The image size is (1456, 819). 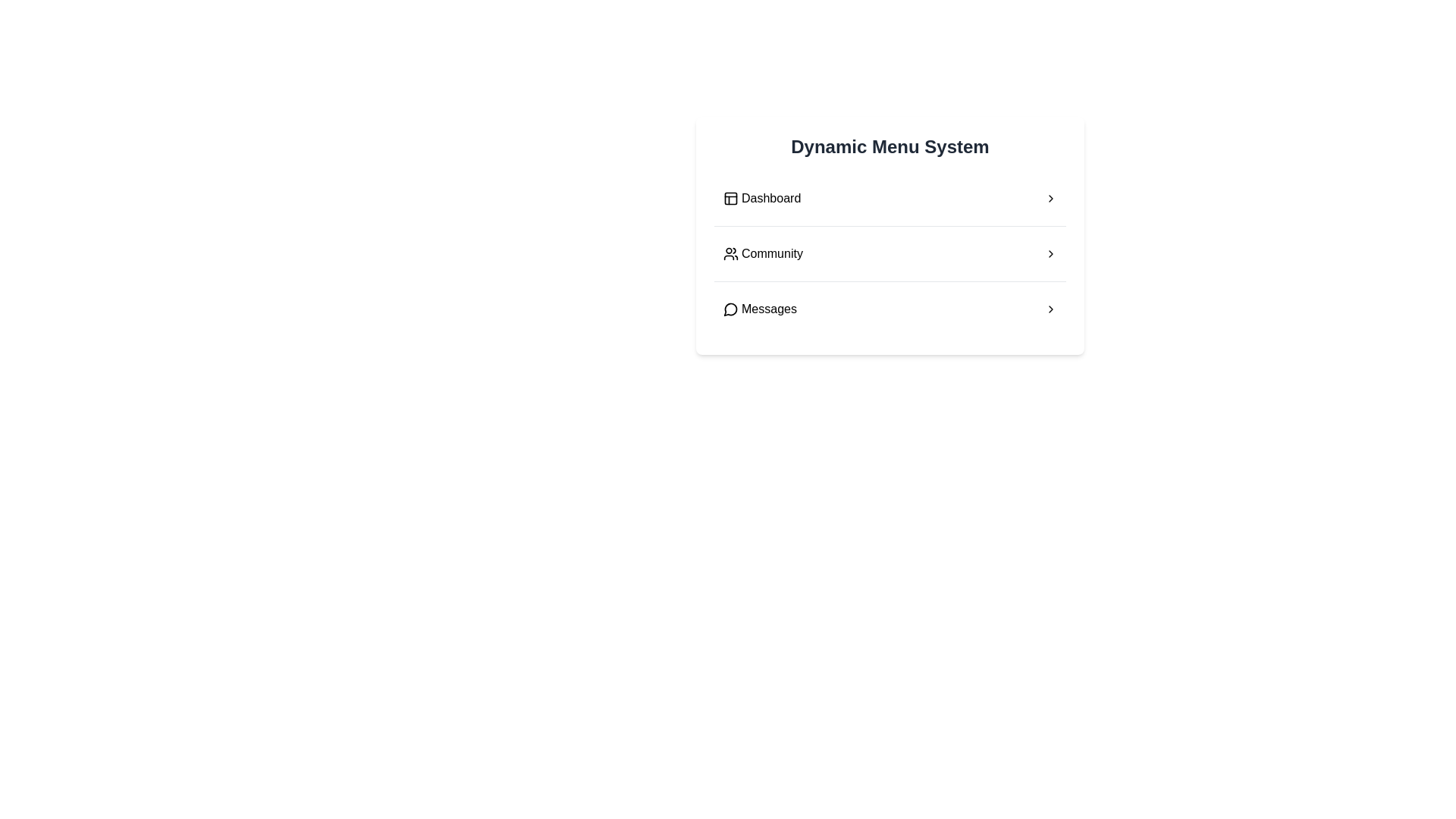 I want to click on the 'Dashboard' menu item, which is the first item in the vertical navigation menu, so click(x=762, y=198).